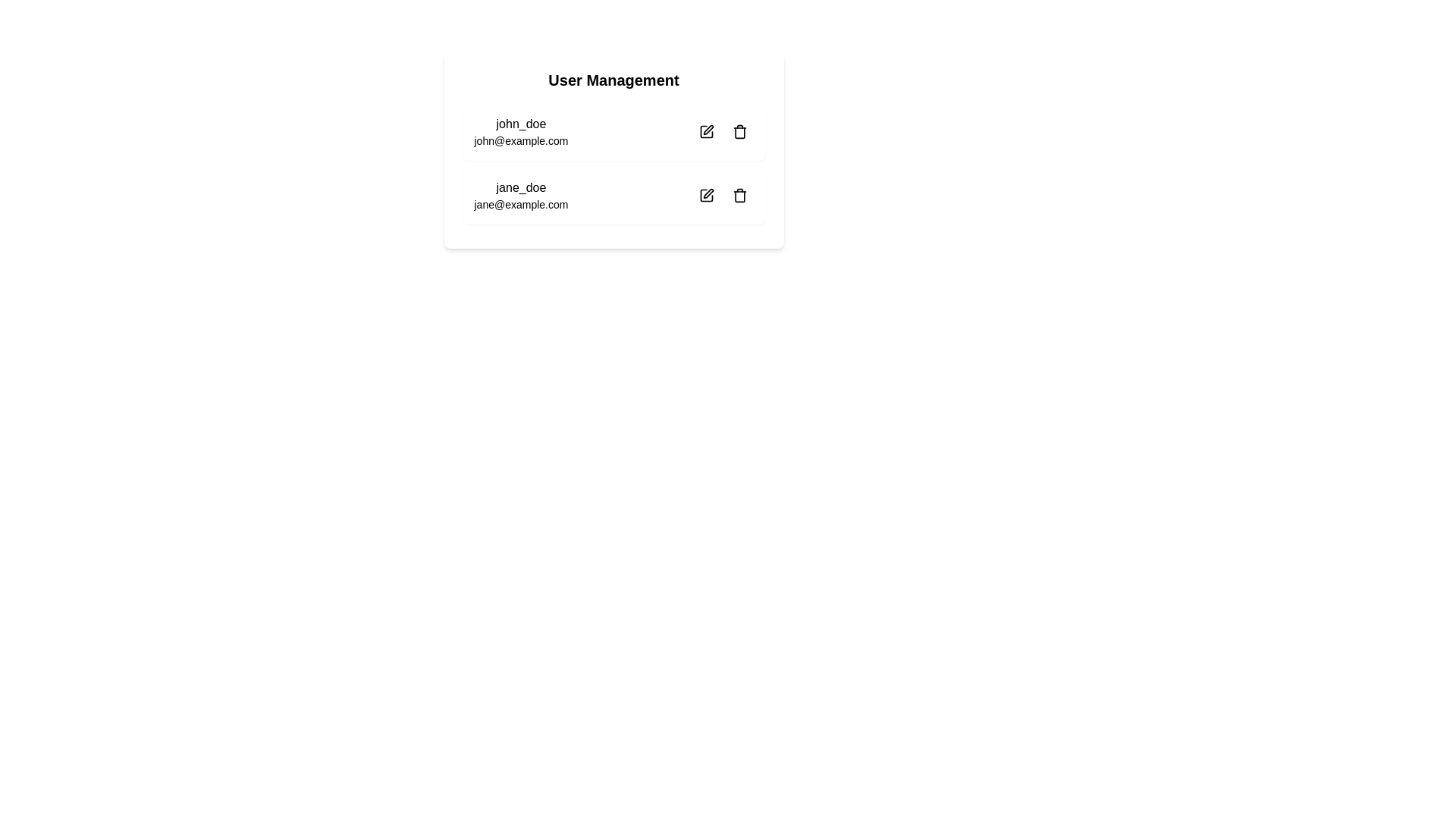  What do you see at coordinates (739, 130) in the screenshot?
I see `the delete icon button for user 'john_doe'` at bounding box center [739, 130].